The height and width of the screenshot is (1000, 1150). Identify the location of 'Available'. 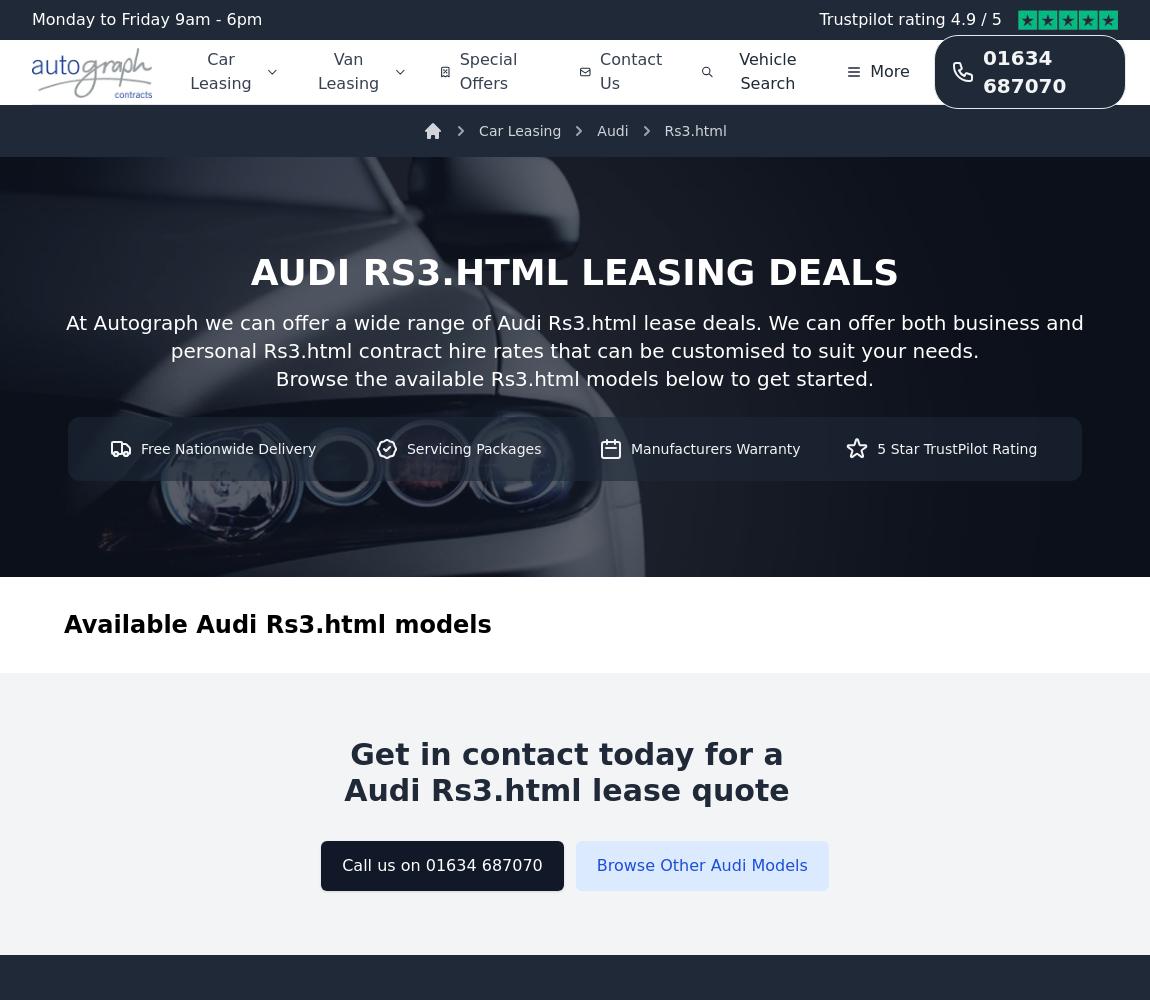
(128, 625).